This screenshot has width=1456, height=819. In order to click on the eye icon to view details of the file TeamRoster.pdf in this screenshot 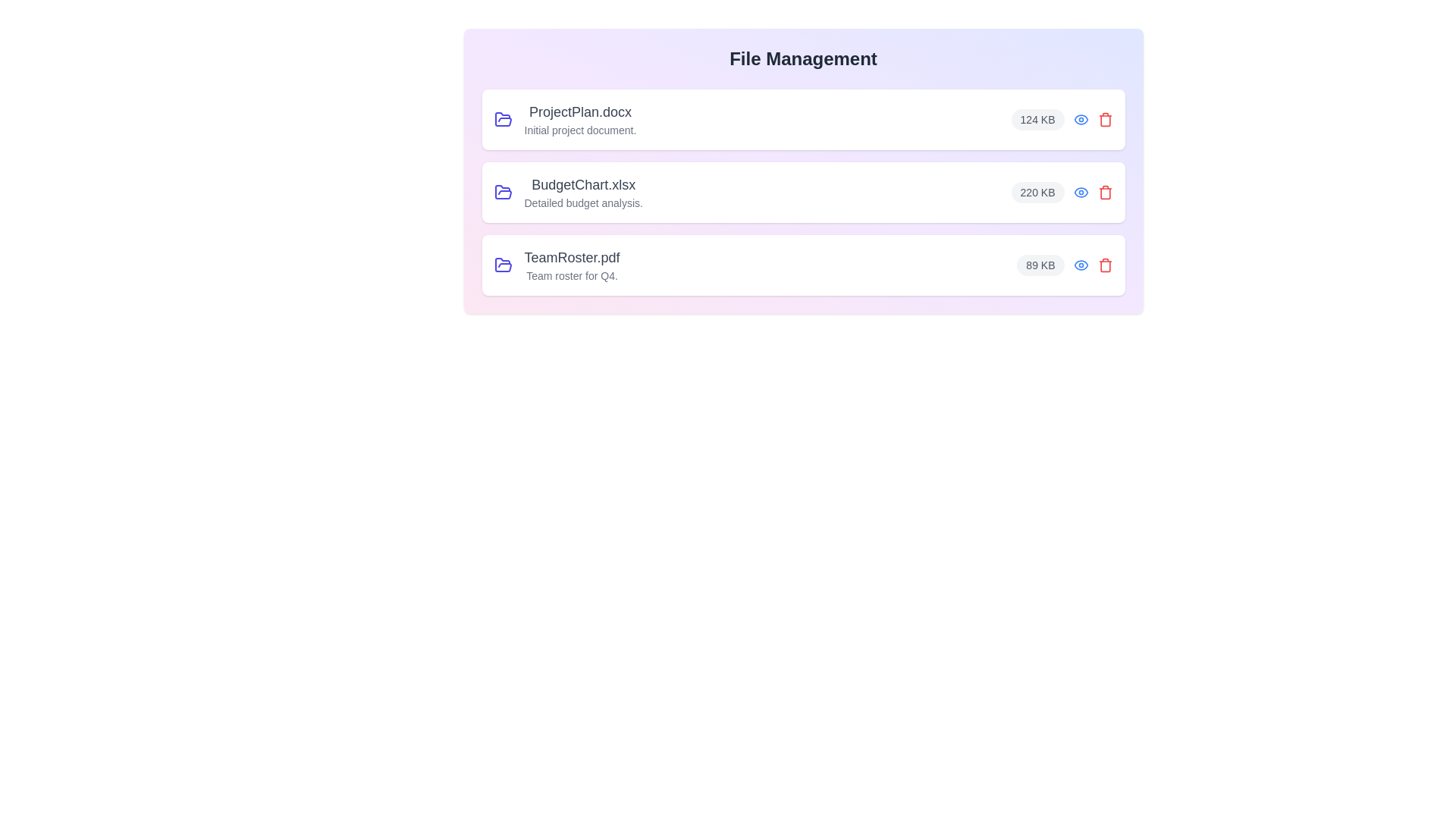, I will do `click(1080, 265)`.